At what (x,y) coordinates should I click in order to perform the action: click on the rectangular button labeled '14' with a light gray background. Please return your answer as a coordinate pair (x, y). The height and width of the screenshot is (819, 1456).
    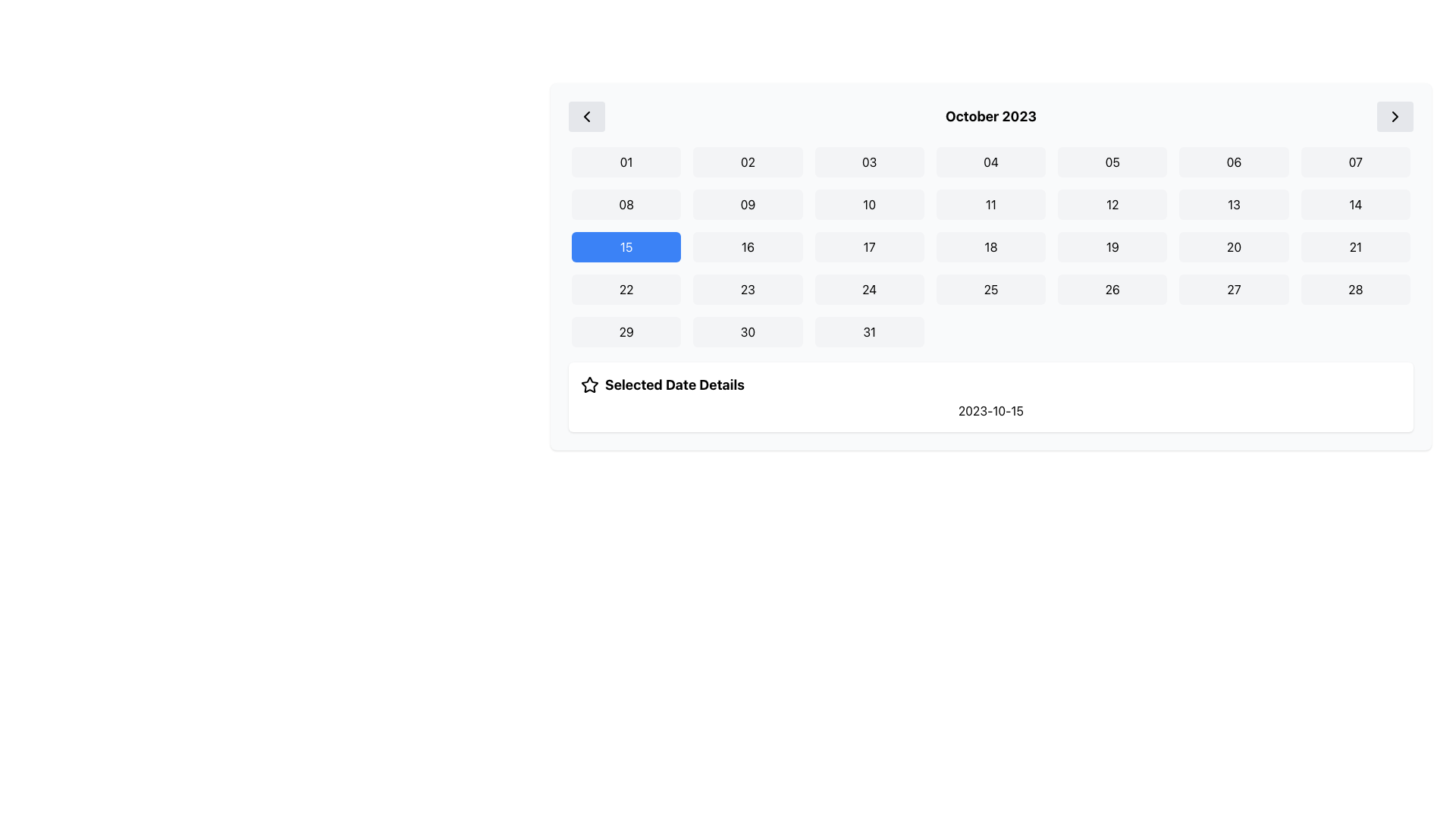
    Looking at the image, I should click on (1355, 205).